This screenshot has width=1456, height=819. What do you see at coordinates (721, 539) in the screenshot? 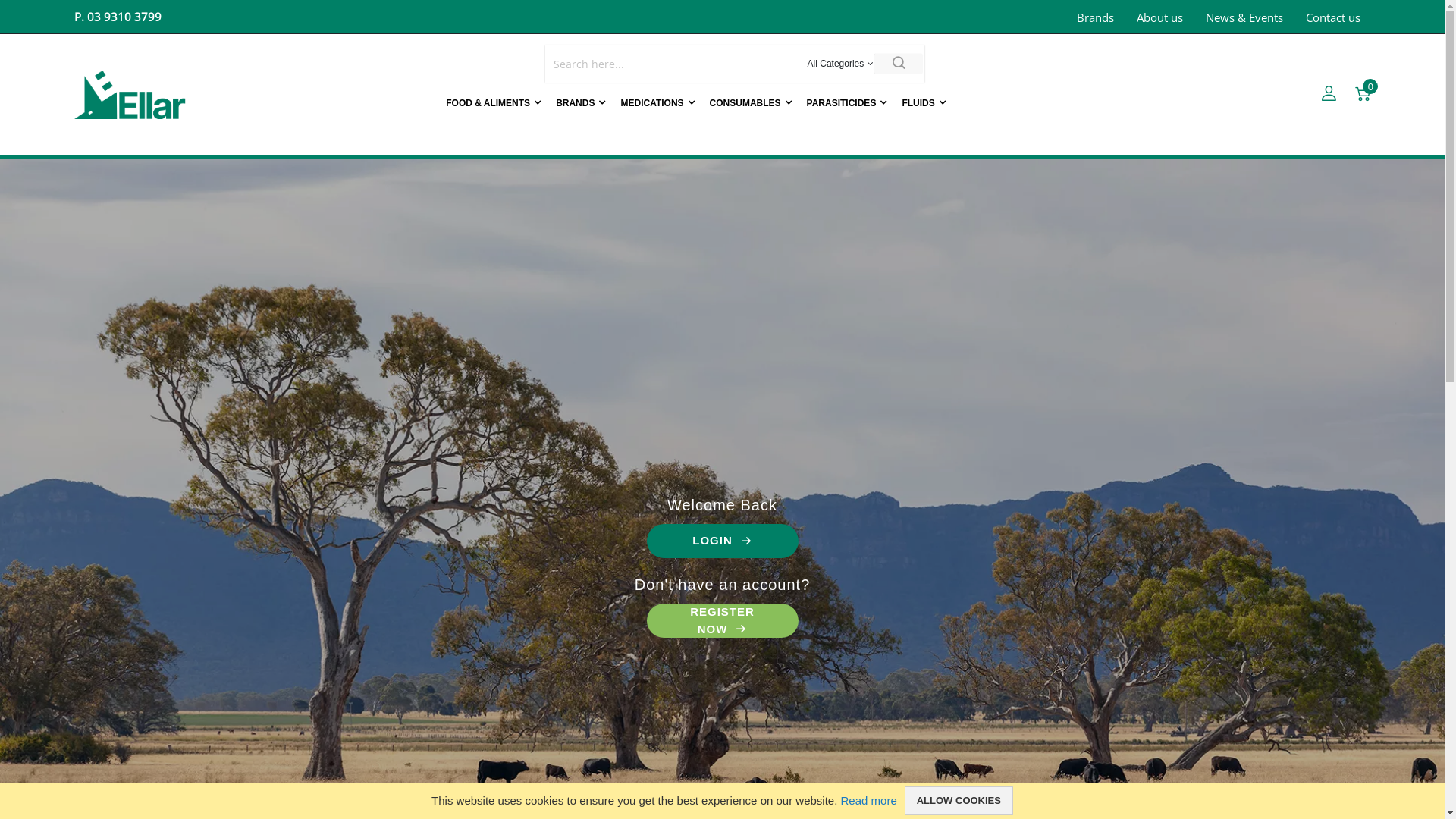
I see `'LOGIN'` at bounding box center [721, 539].